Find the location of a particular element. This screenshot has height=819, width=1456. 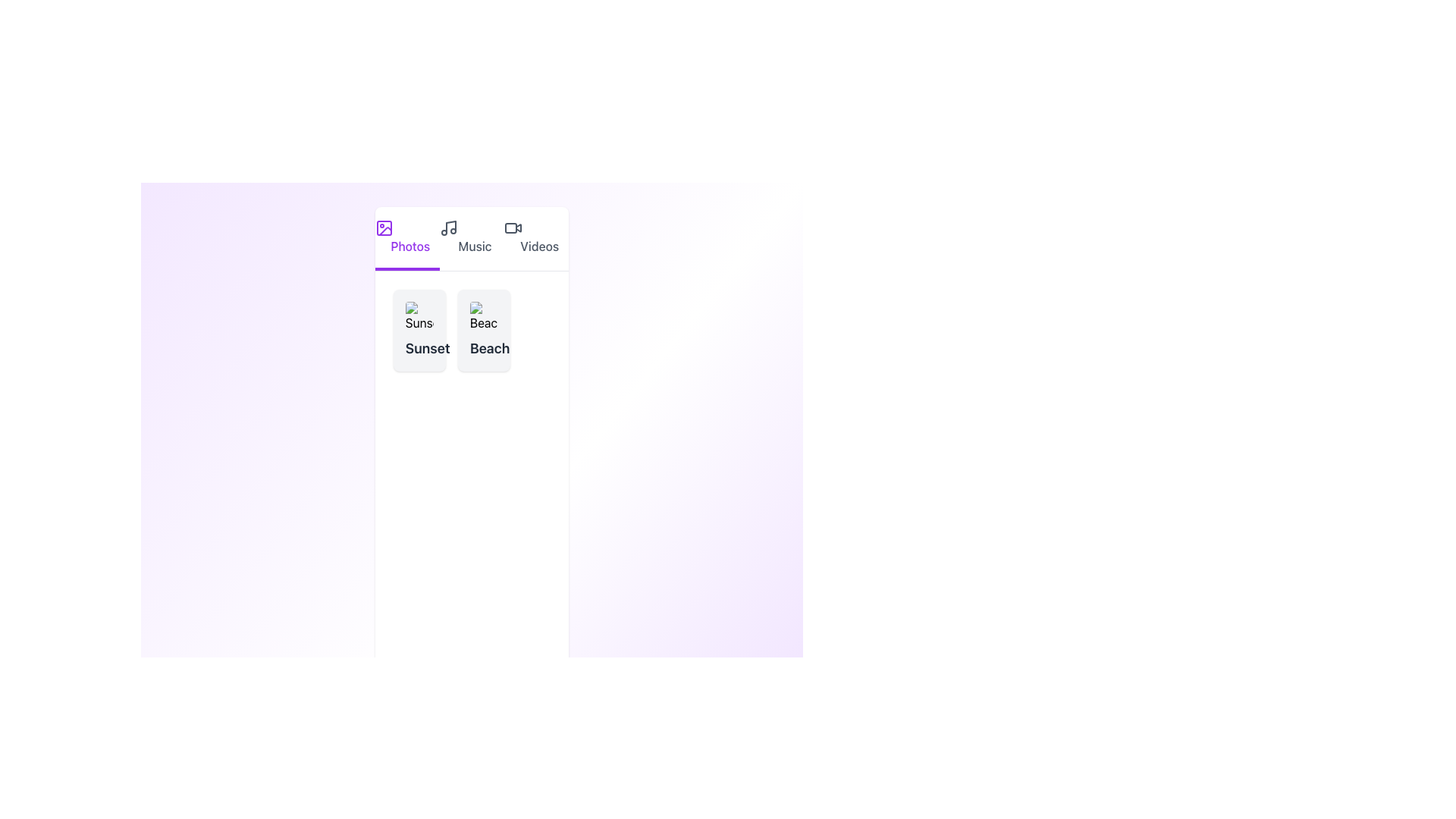

the image placeholder for the 'Beach' card component, which is displayed as a thumbnail in a gallery-style layout and has rounded corners is located at coordinates (483, 315).